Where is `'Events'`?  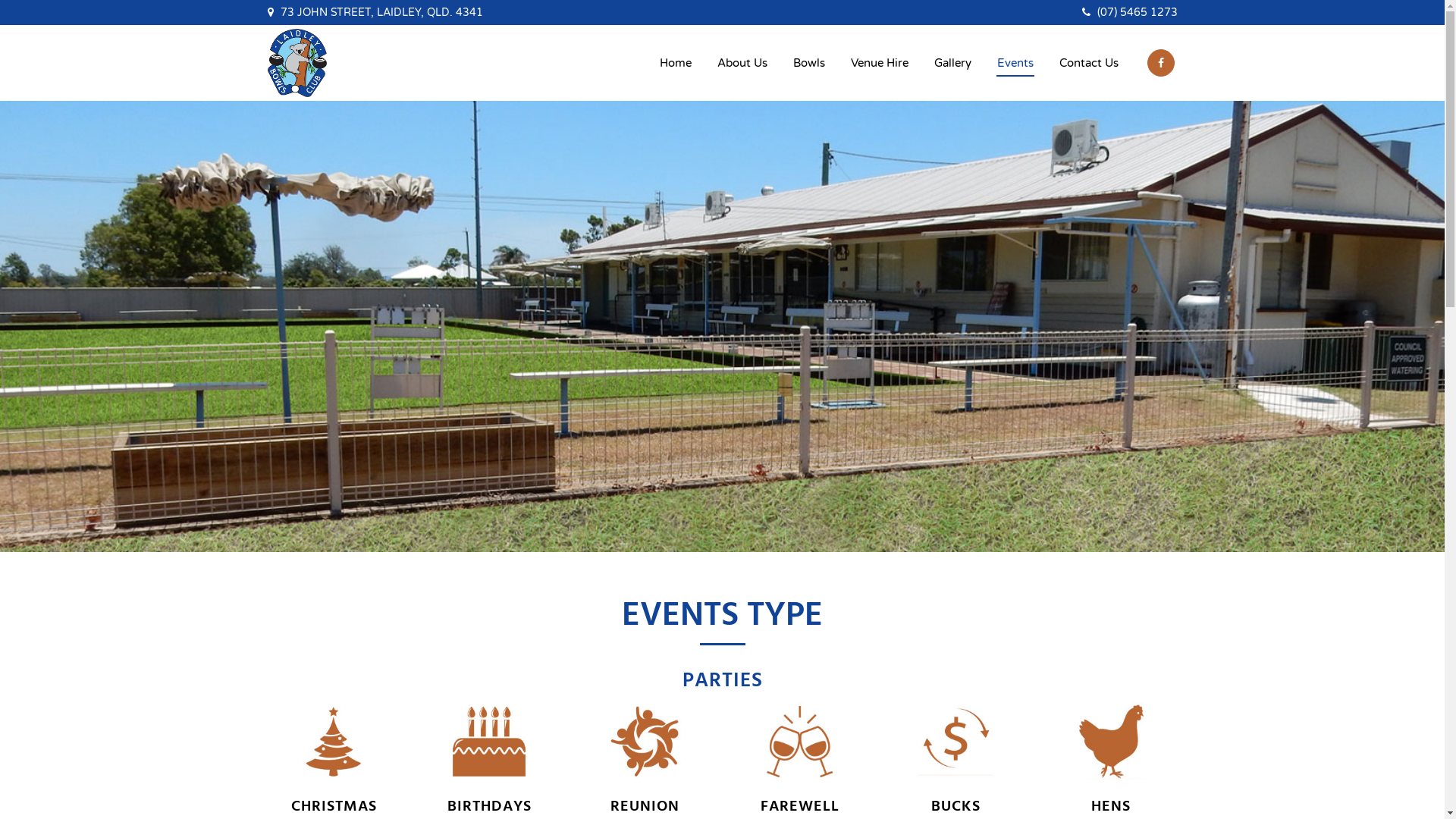 'Events' is located at coordinates (1015, 62).